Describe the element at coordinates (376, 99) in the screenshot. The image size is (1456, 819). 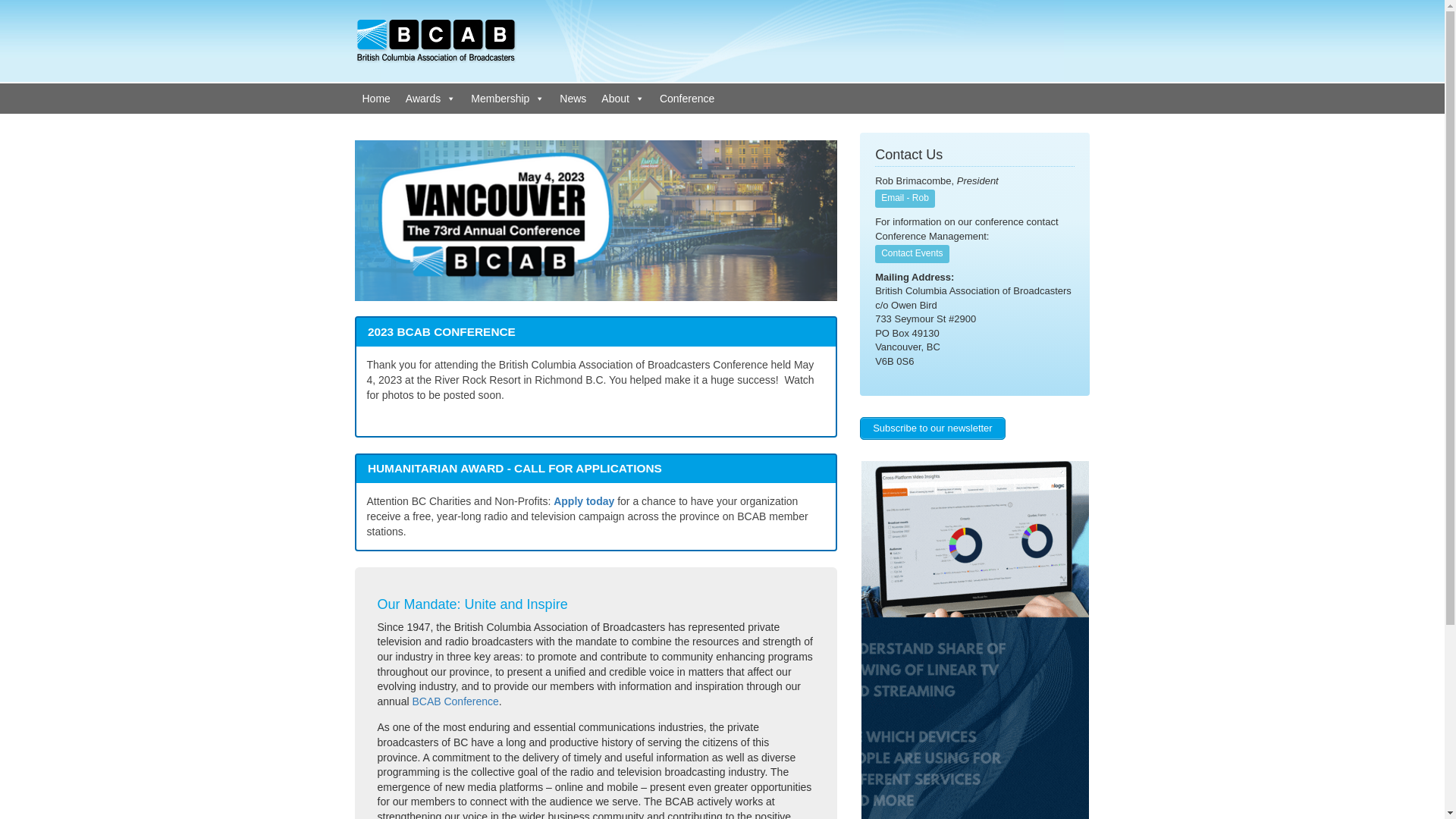
I see `'Home'` at that location.